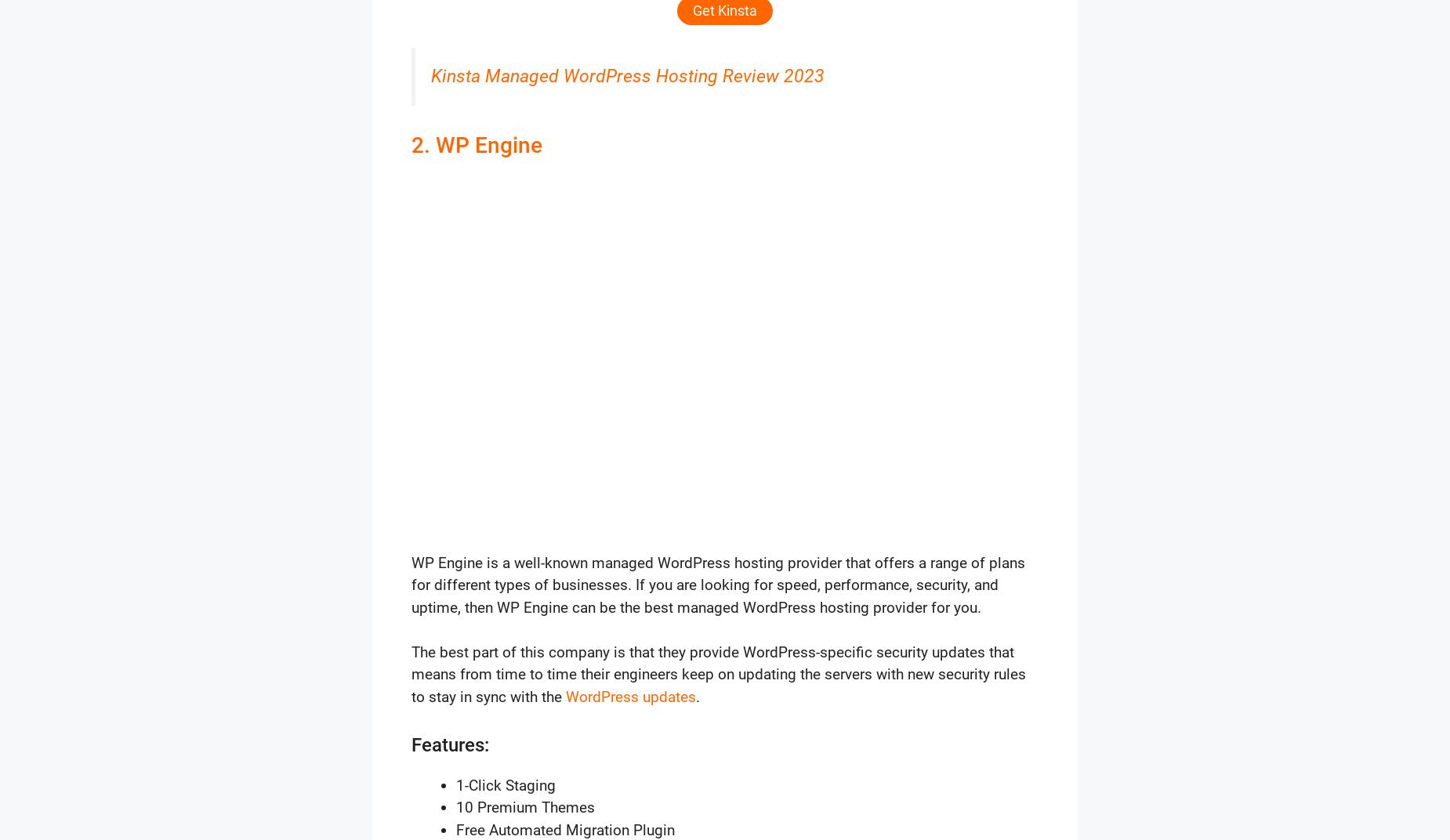 Image resolution: width=1450 pixels, height=840 pixels. What do you see at coordinates (718, 585) in the screenshot?
I see `'WP Engine is a well-known managed WordPress hosting provider that offers a range of plans for different types of businesses. If you are looking for speed, performance, security, and uptime, then WP Engine can be the best managed WordPress hosting provider for you.'` at bounding box center [718, 585].